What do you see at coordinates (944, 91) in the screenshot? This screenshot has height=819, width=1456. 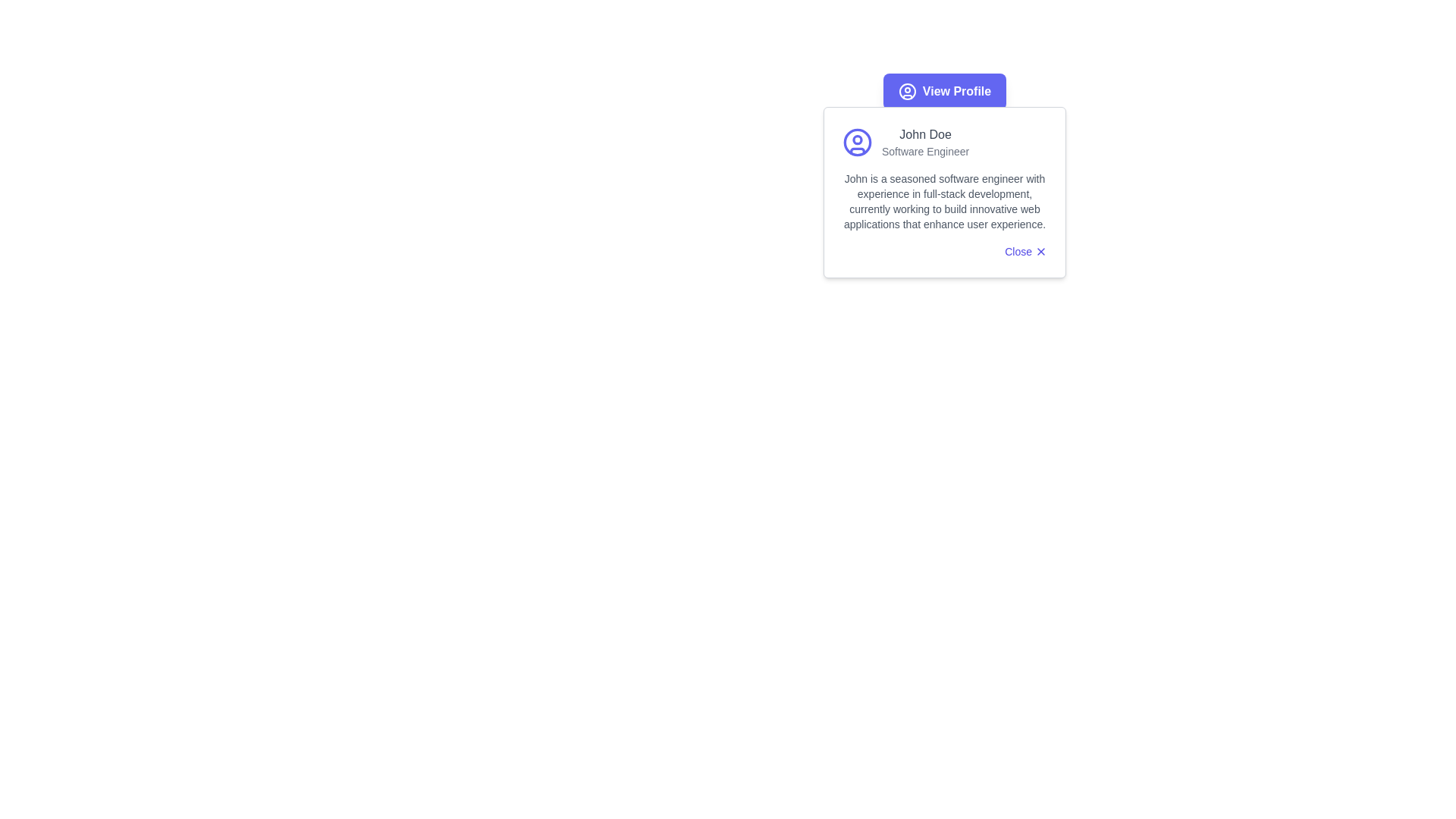 I see `the vivid indigo 'View Profile' button with a white user profile icon` at bounding box center [944, 91].